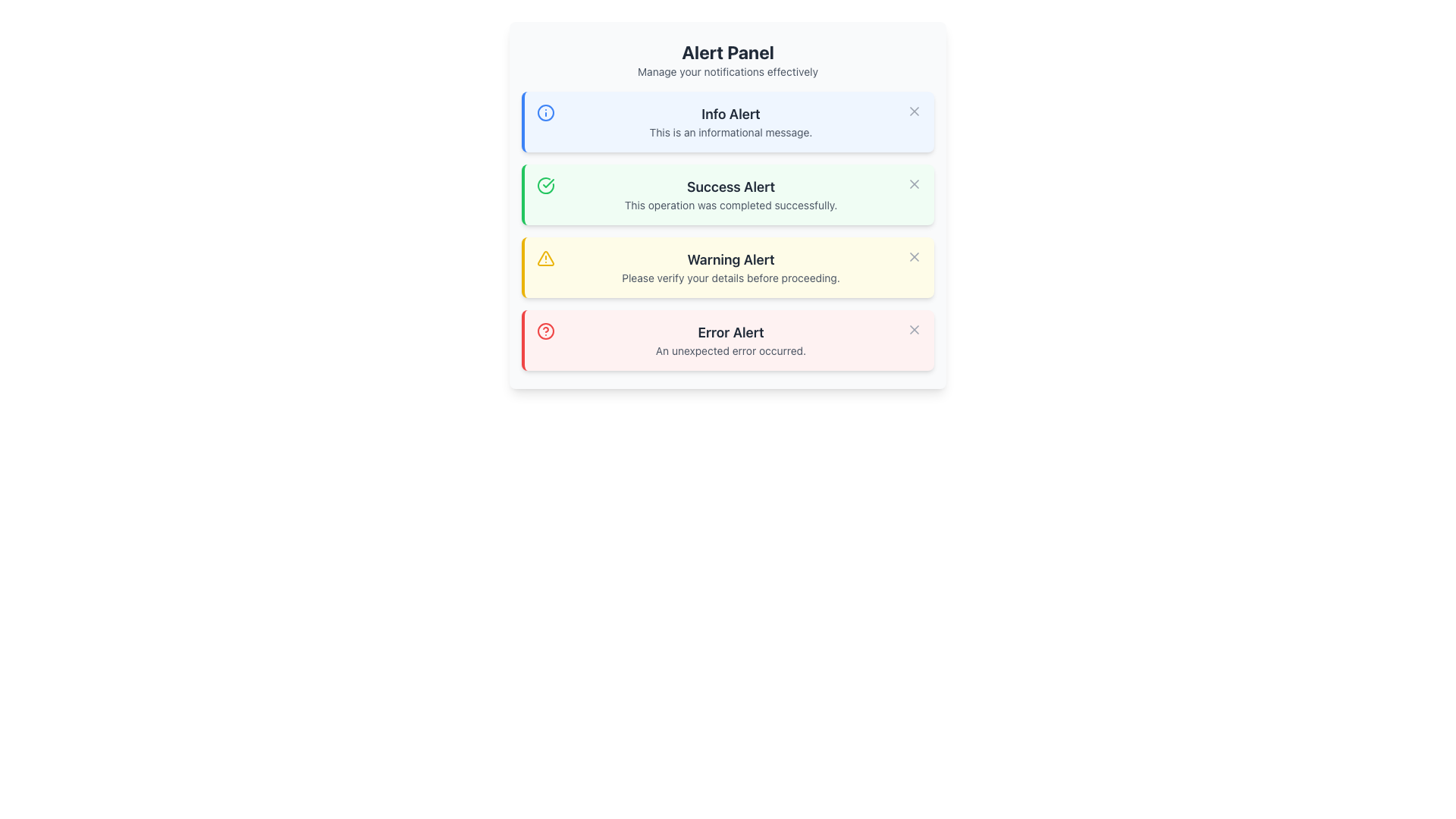  What do you see at coordinates (731, 350) in the screenshot?
I see `the static text displaying 'An unexpected error occurred.' located at the bottom of the 'Error Alert' notification component, which has a red border and pale red background` at bounding box center [731, 350].